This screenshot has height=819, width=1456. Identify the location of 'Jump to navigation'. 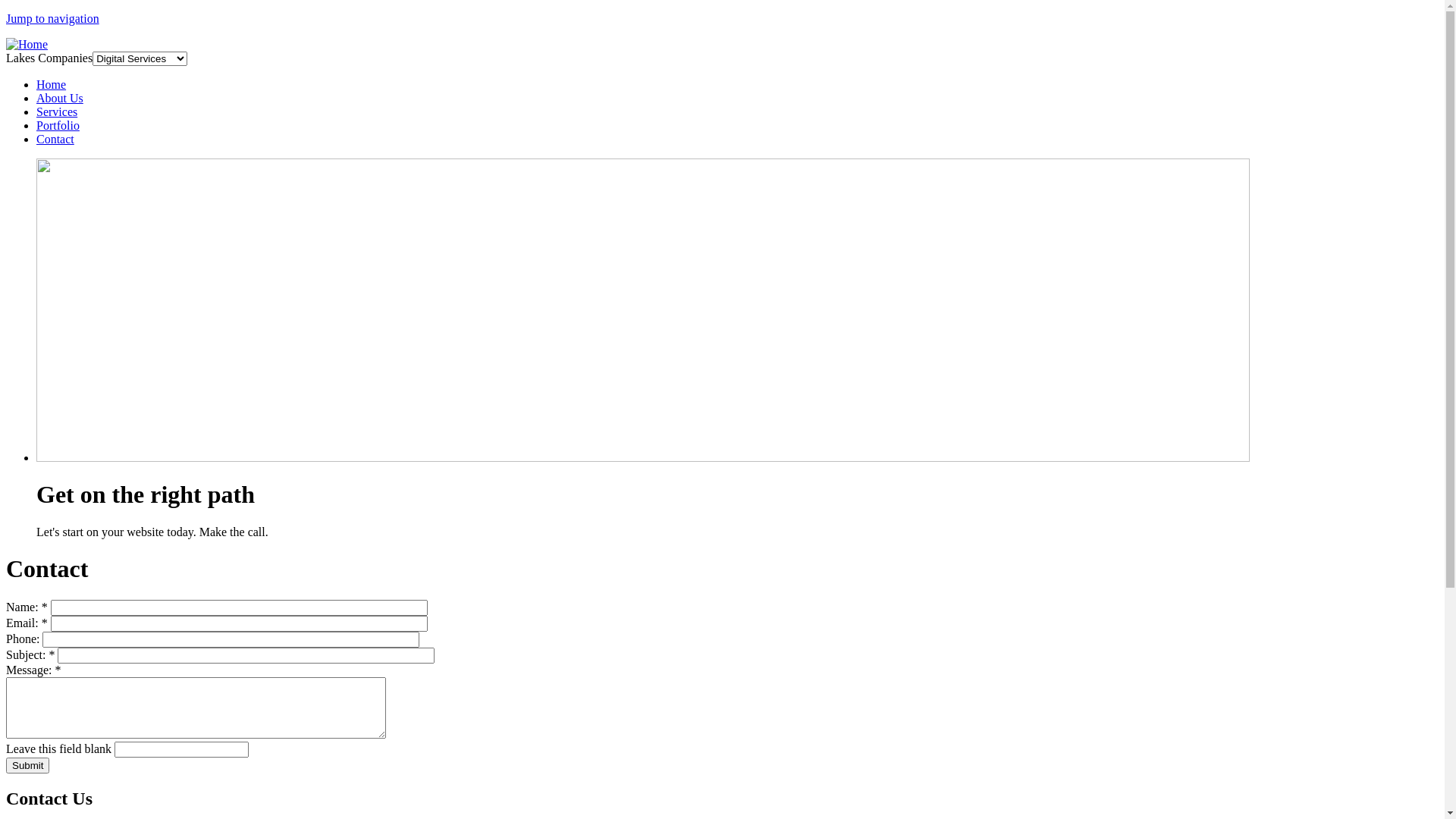
(52, 18).